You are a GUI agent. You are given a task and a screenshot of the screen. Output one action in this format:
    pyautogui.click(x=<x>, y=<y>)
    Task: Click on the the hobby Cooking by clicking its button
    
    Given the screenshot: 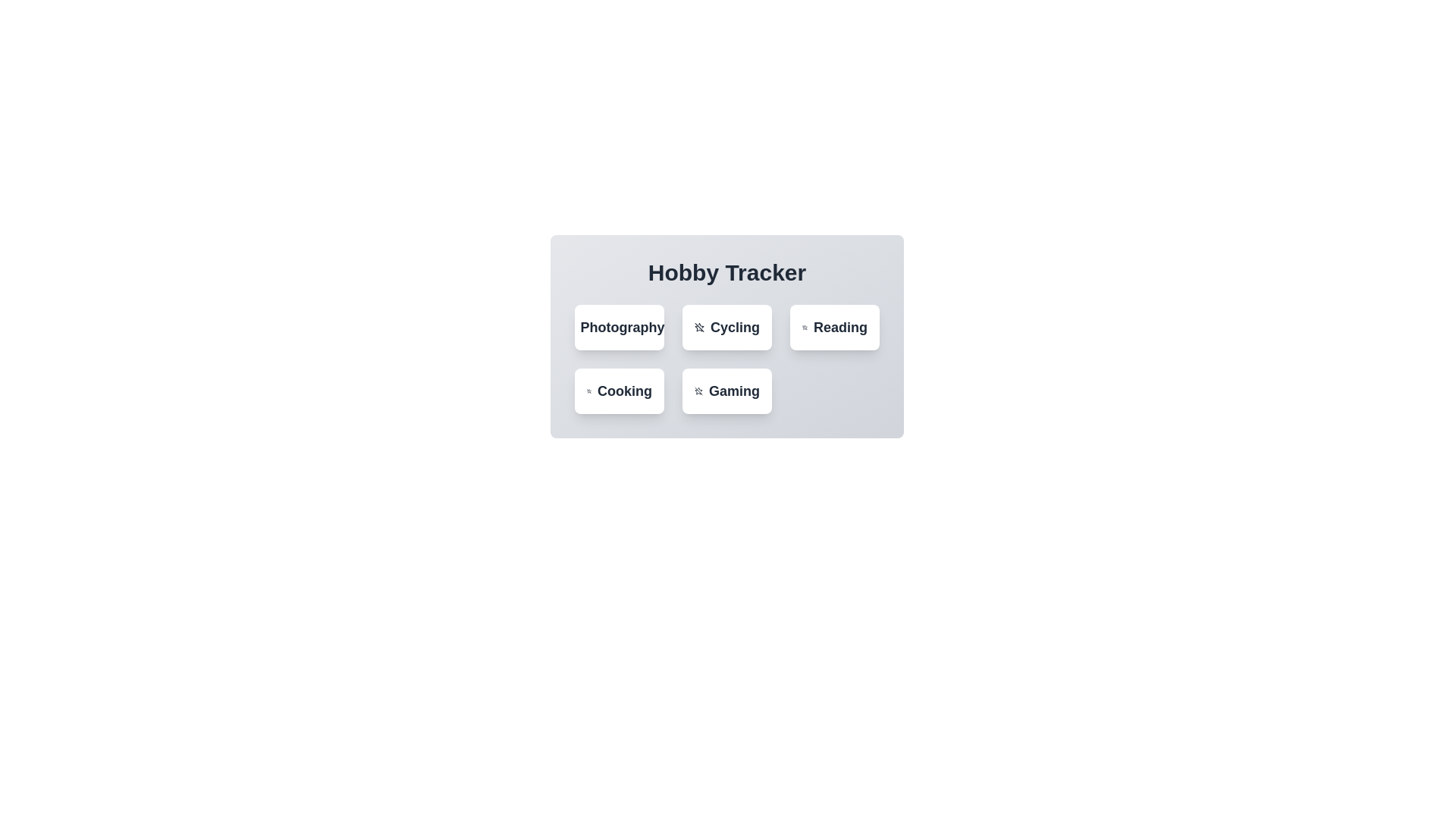 What is the action you would take?
    pyautogui.click(x=619, y=391)
    